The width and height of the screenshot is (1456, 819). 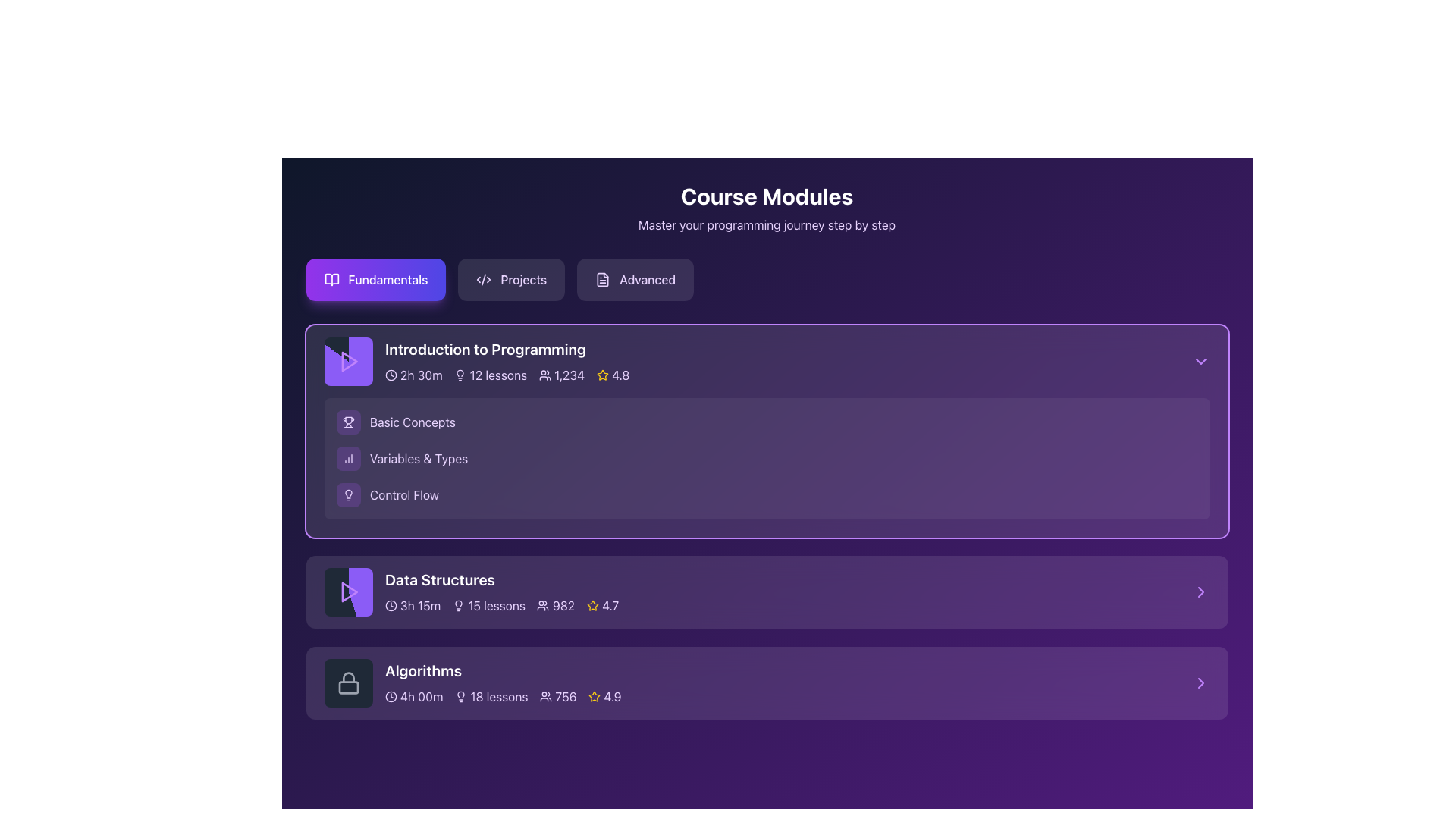 I want to click on the 'Variables & Types' icon button located to the left of the 'Variables & Types' text in the 'Introduction to Programming' section, so click(x=347, y=458).